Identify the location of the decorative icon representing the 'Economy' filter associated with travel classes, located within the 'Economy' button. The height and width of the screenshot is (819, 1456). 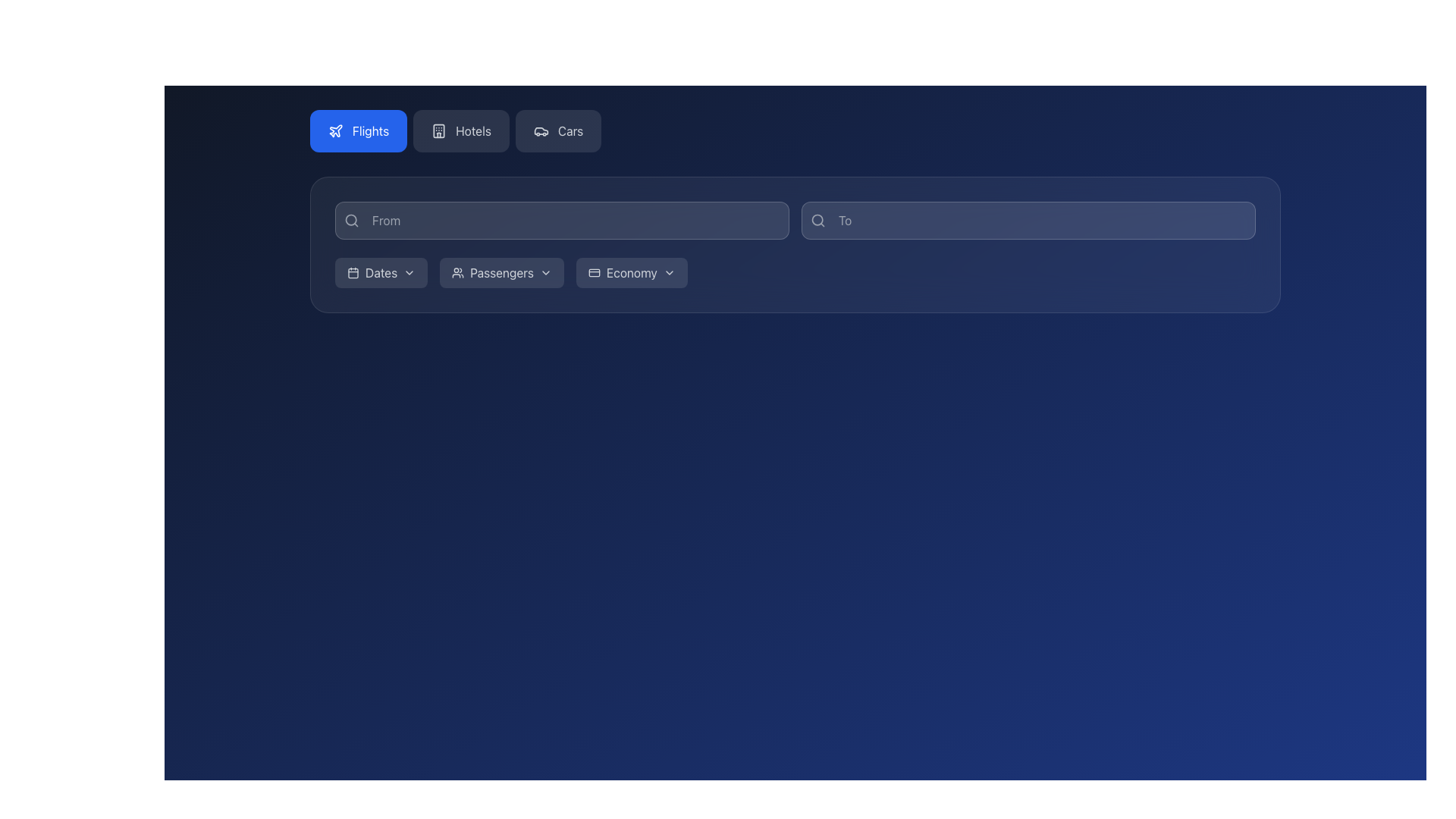
(593, 271).